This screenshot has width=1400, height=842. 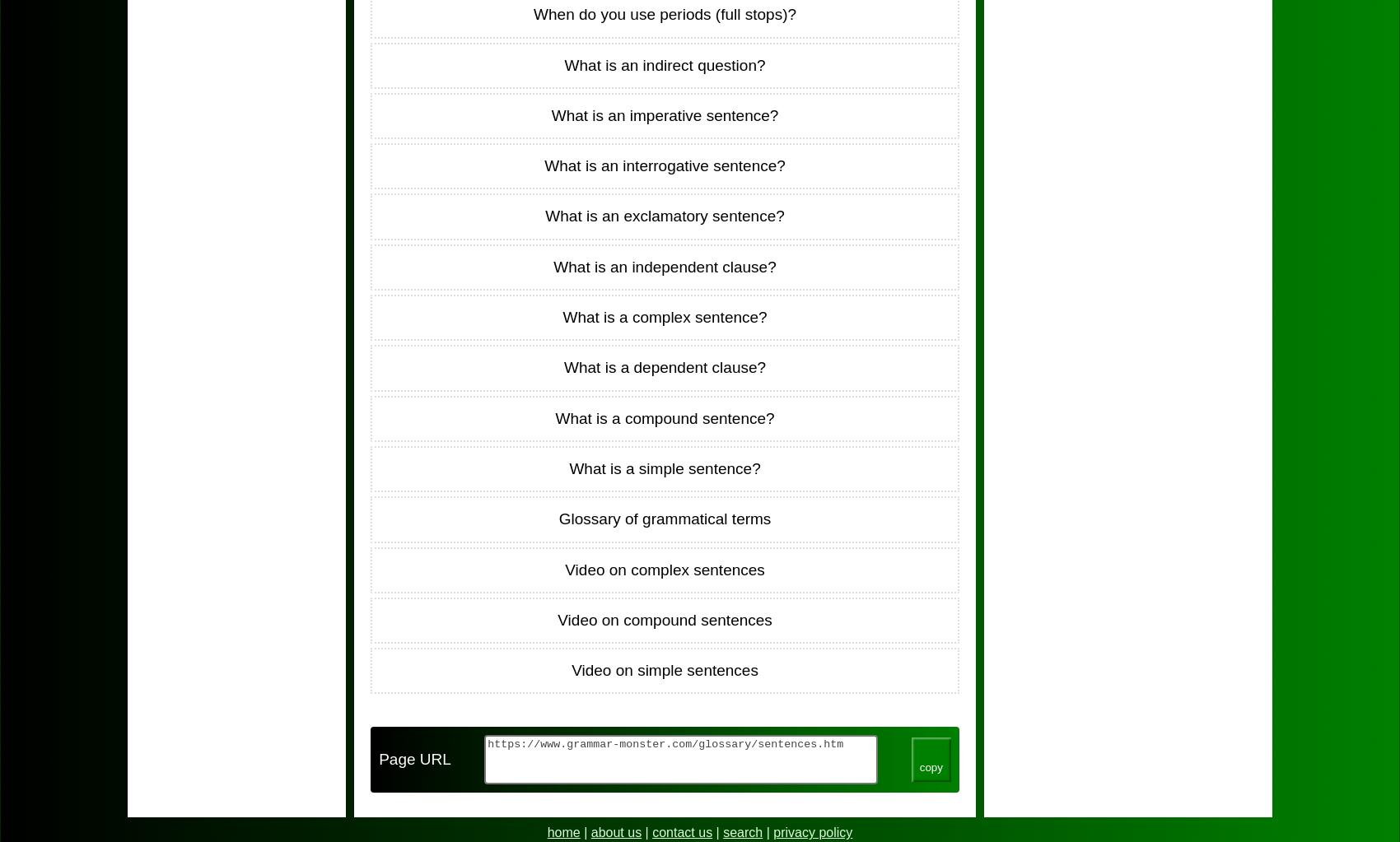 I want to click on 'What is a dependent clause?', so click(x=664, y=366).